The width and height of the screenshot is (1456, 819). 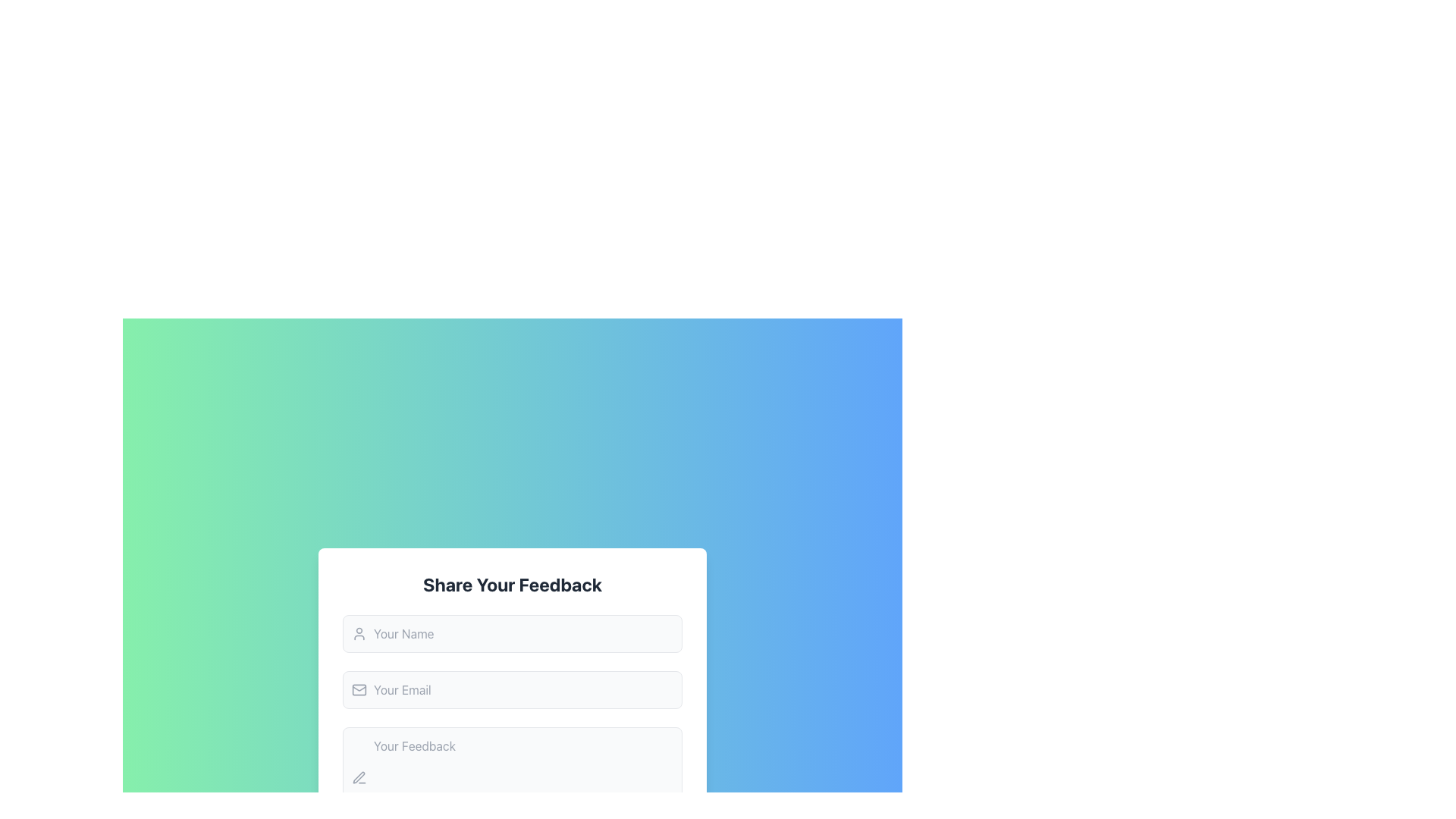 I want to click on the editing icon located at the left margin of the 'Your Feedback' text area, which indicates the area is editable, so click(x=359, y=778).